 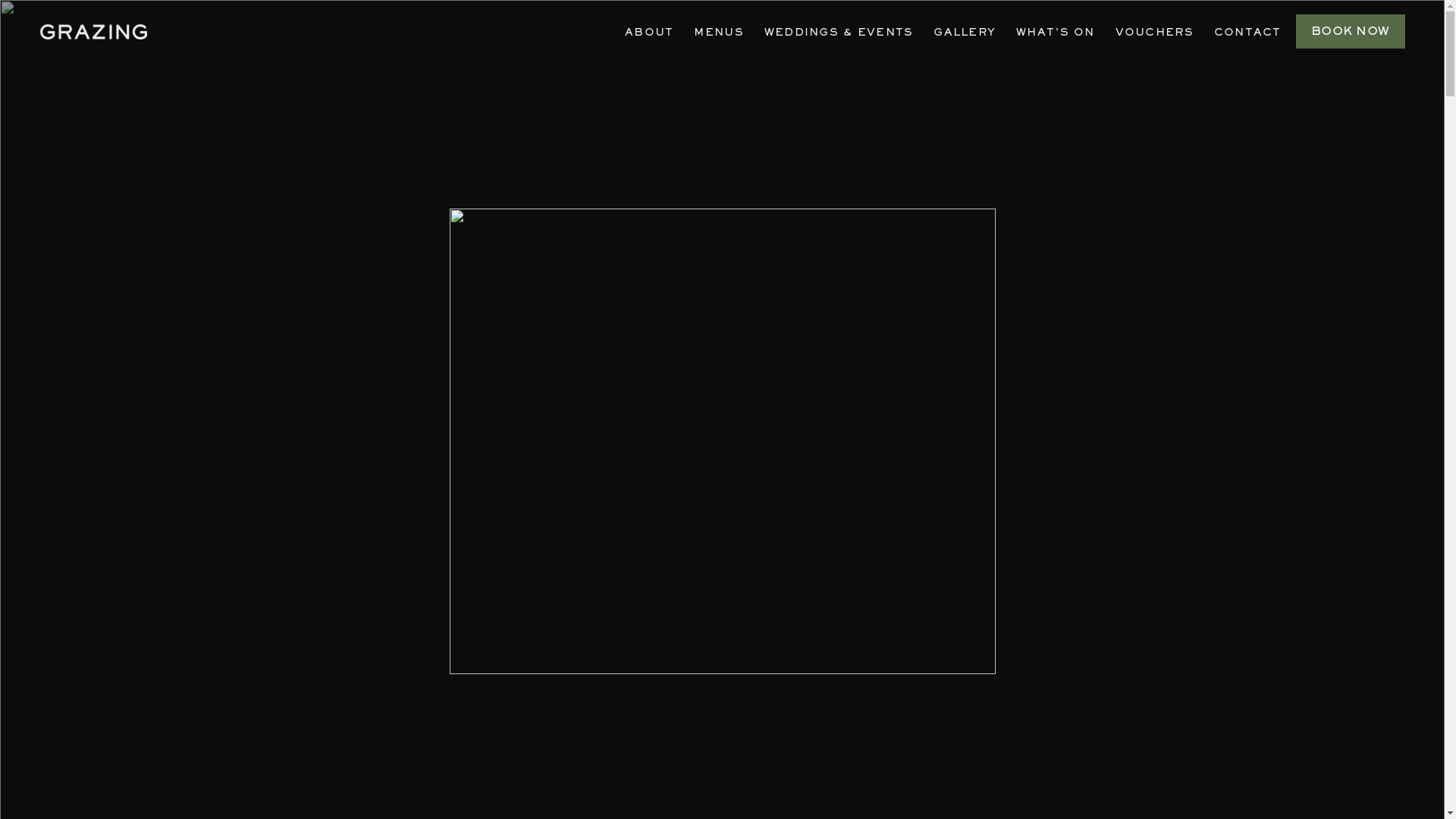 I want to click on 'GALLERY', so click(x=932, y=32).